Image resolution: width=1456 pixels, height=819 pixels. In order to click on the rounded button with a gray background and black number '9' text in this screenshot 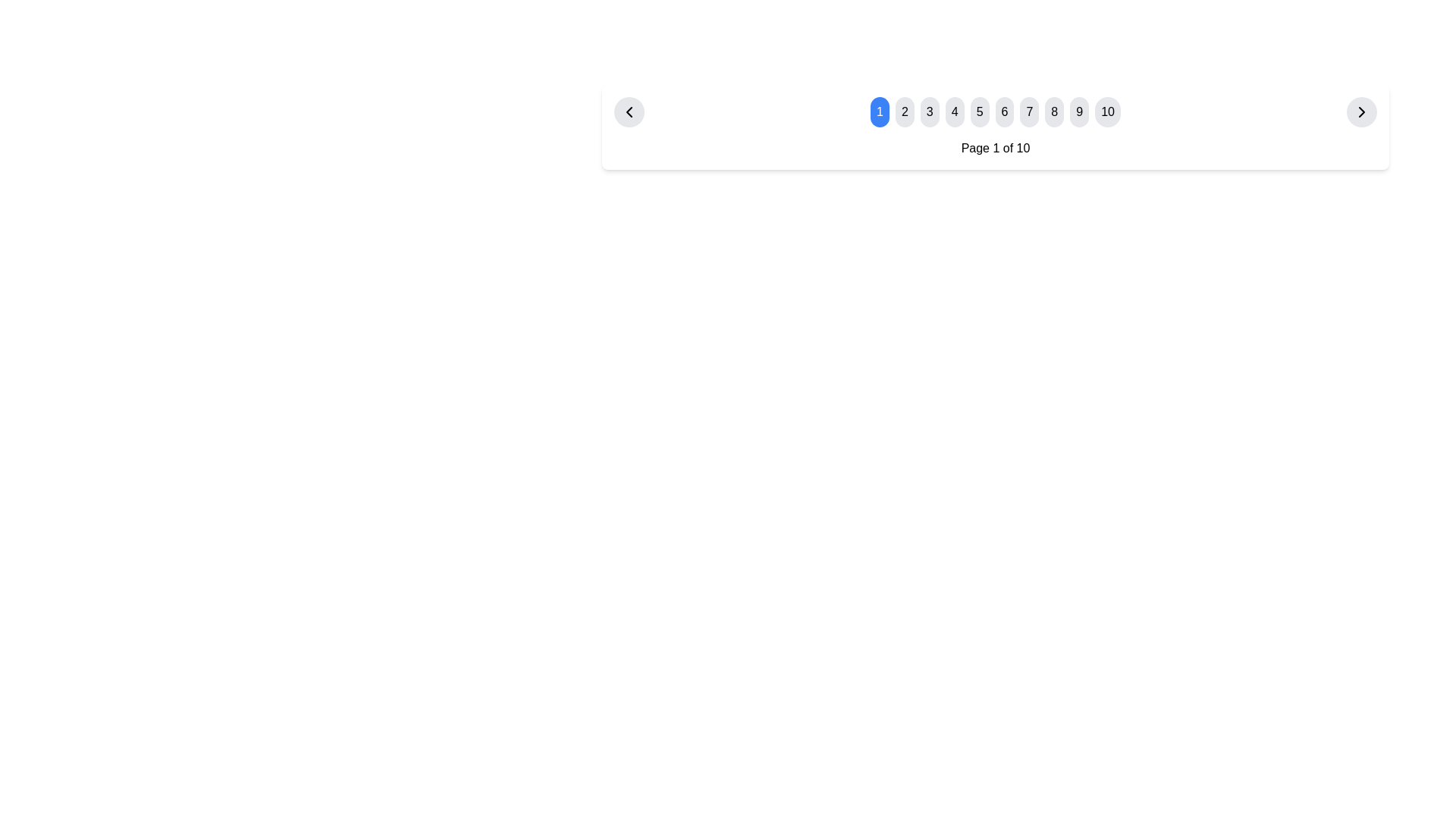, I will do `click(1078, 111)`.